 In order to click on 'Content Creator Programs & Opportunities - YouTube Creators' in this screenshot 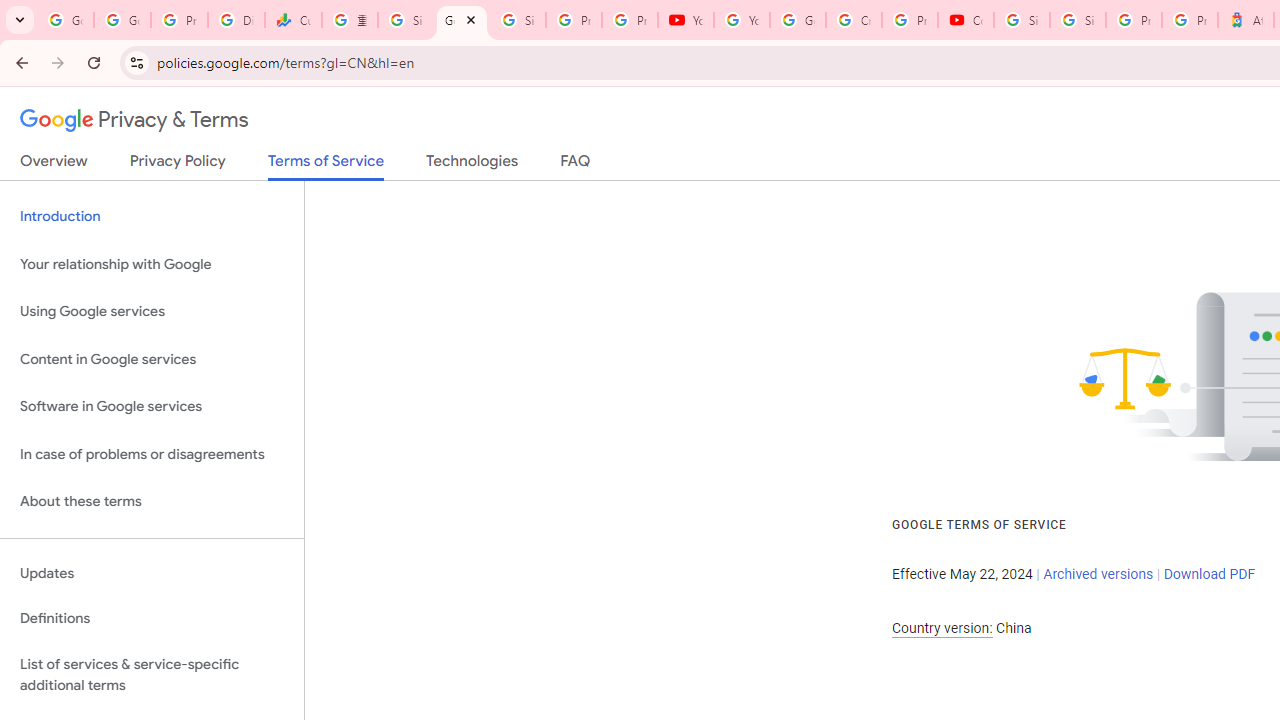, I will do `click(966, 20)`.